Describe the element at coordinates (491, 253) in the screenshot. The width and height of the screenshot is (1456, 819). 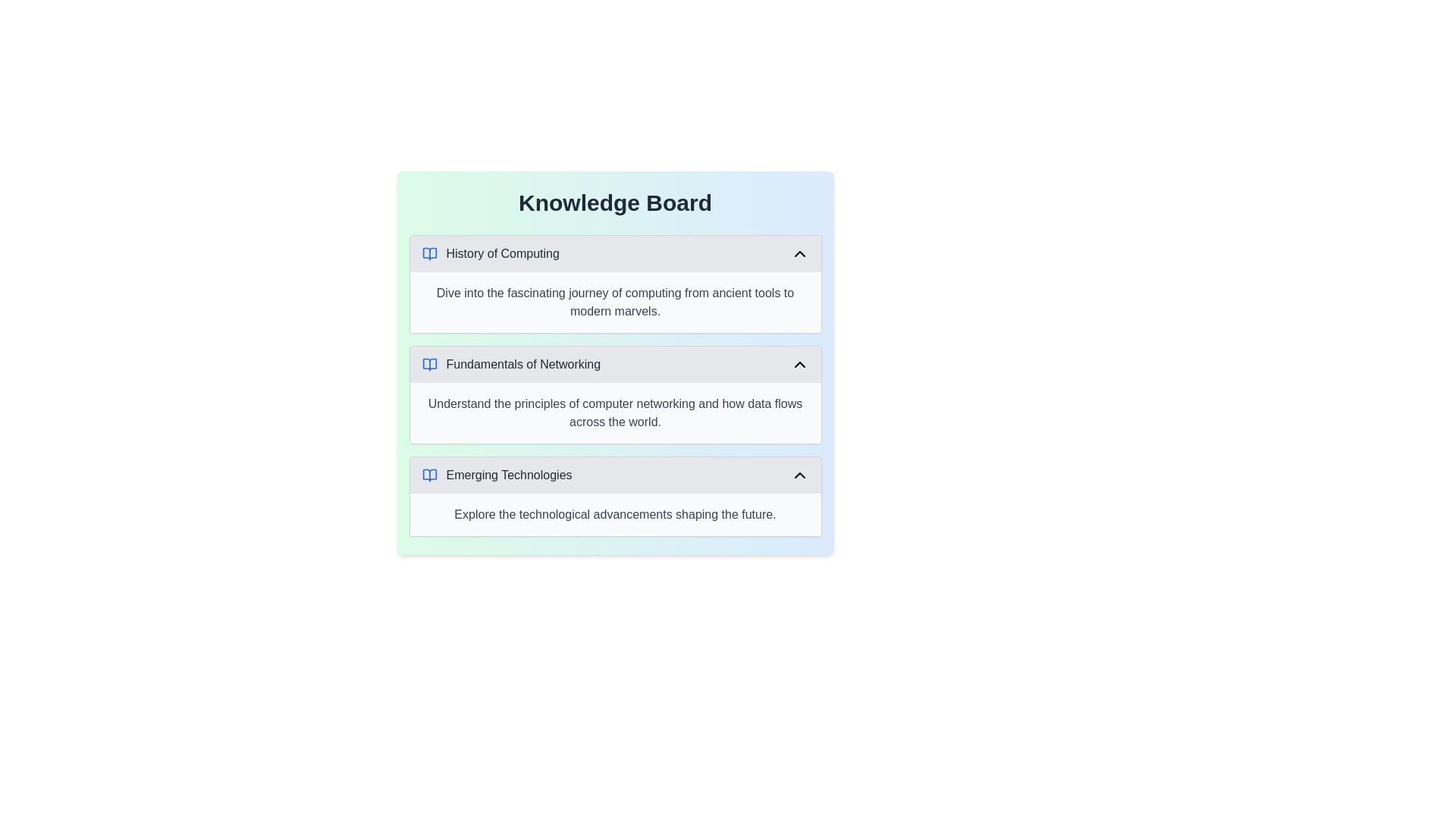
I see `the 'History of Computing' label with a blue book icon` at that location.